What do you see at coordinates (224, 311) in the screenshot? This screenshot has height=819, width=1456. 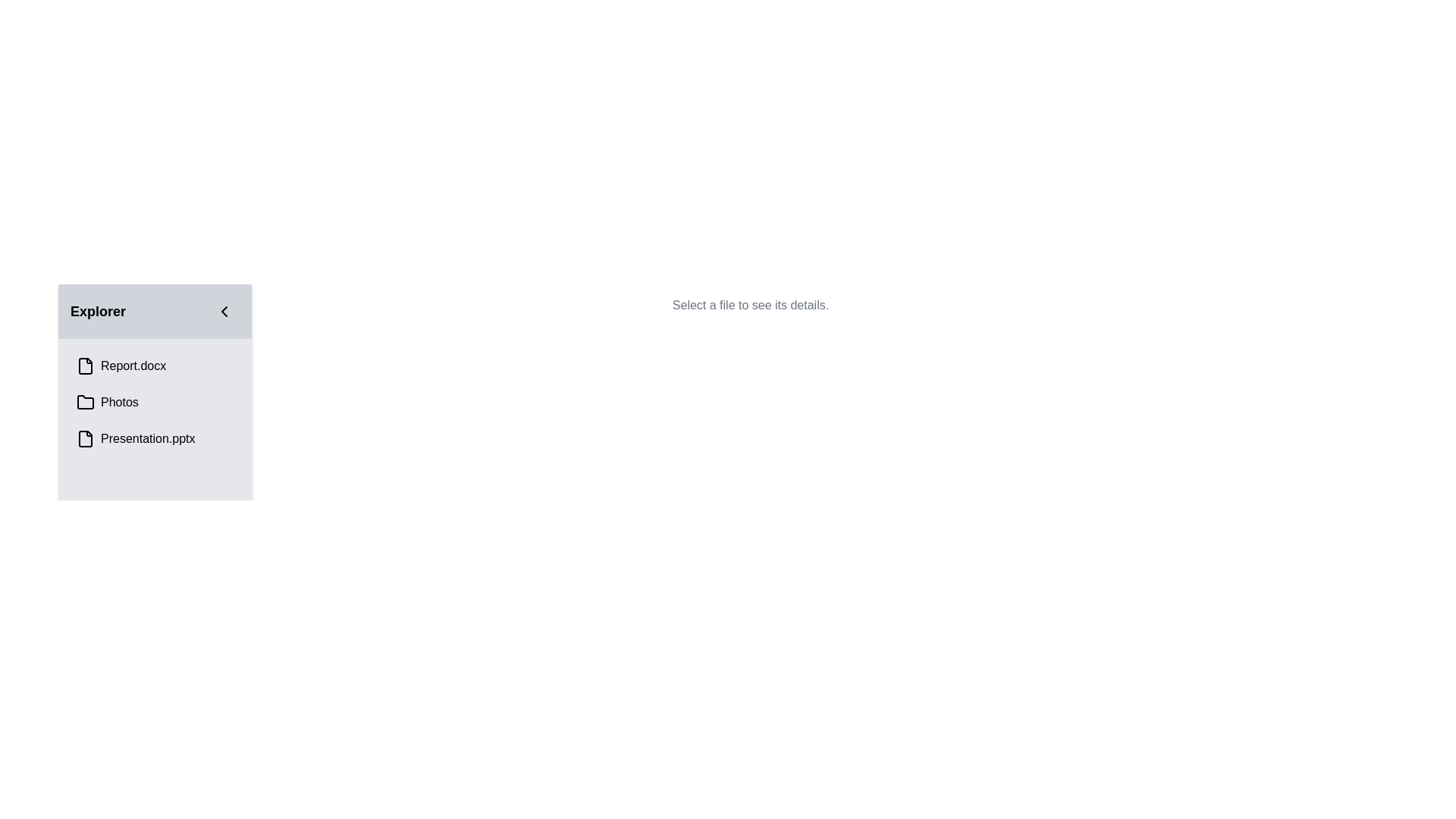 I see `the navigation button with a chevron icon located in the top-right corner of the 'Explorer' section` at bounding box center [224, 311].